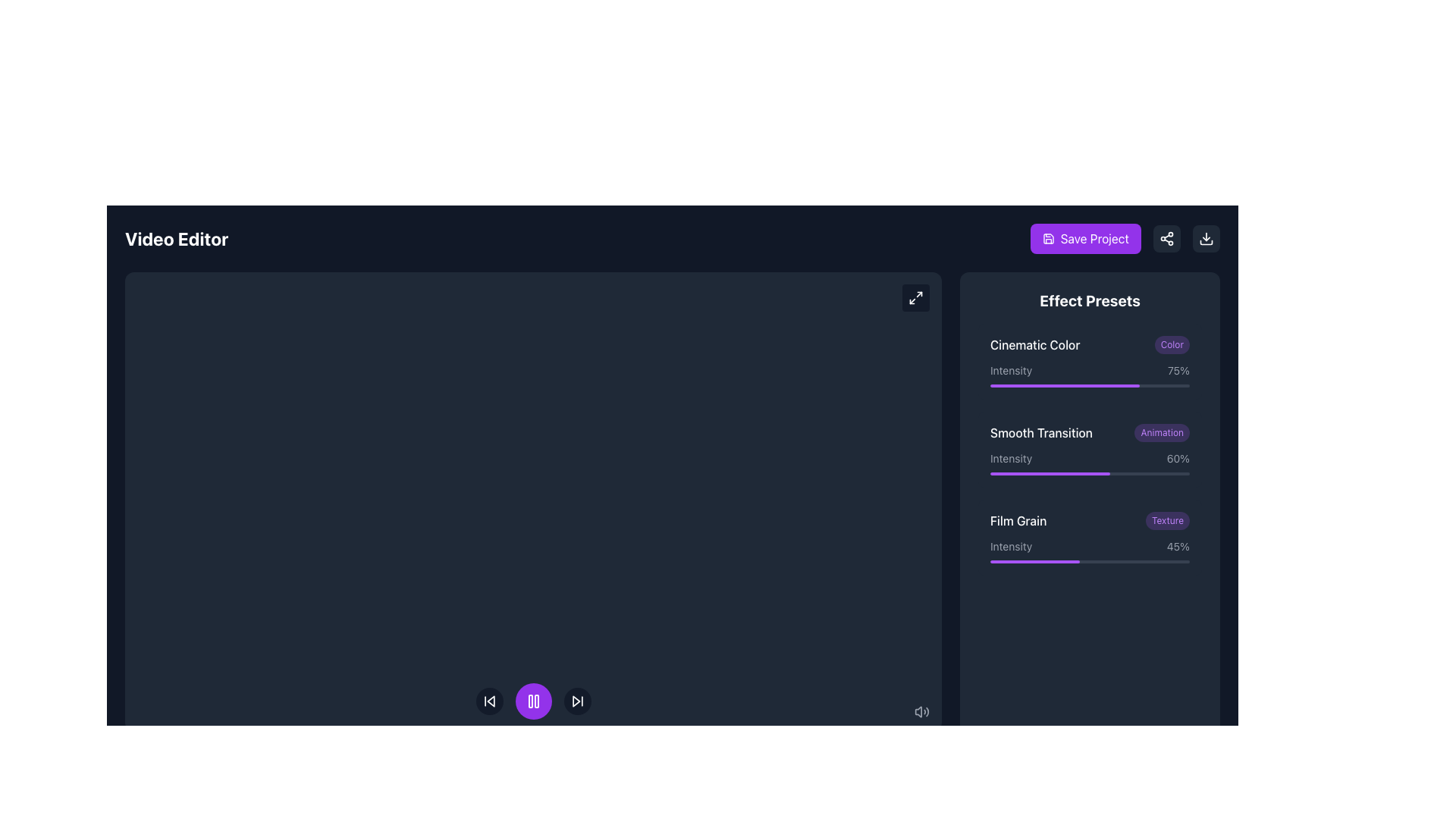 The image size is (1456, 819). I want to click on 'Media' SVG icon resembling a picture frame located at the bottom center of the interface using development tools, so click(493, 783).